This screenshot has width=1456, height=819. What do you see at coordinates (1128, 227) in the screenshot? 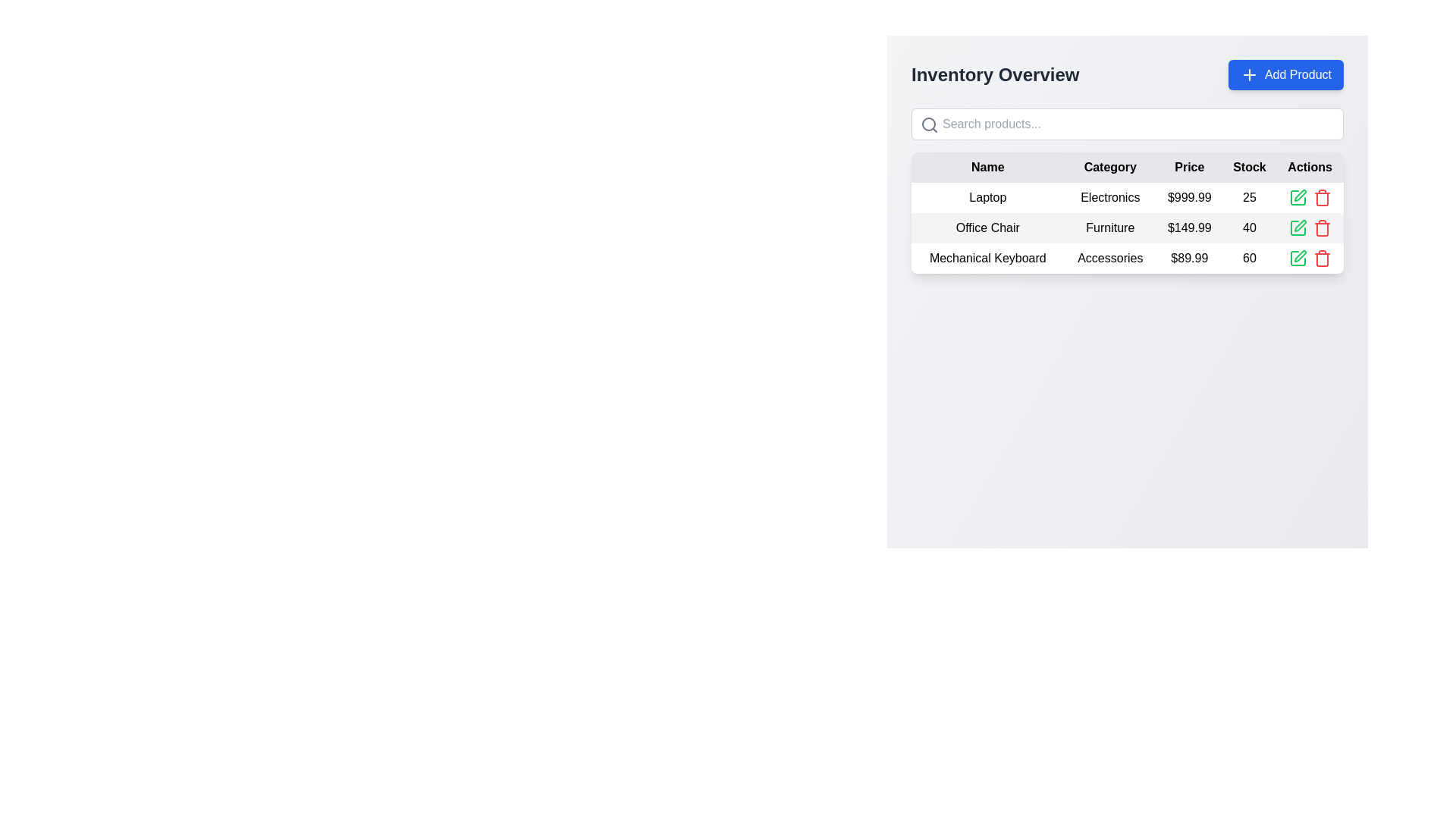
I see `the second row of the data table in the 'Inventory Overview' section` at bounding box center [1128, 227].